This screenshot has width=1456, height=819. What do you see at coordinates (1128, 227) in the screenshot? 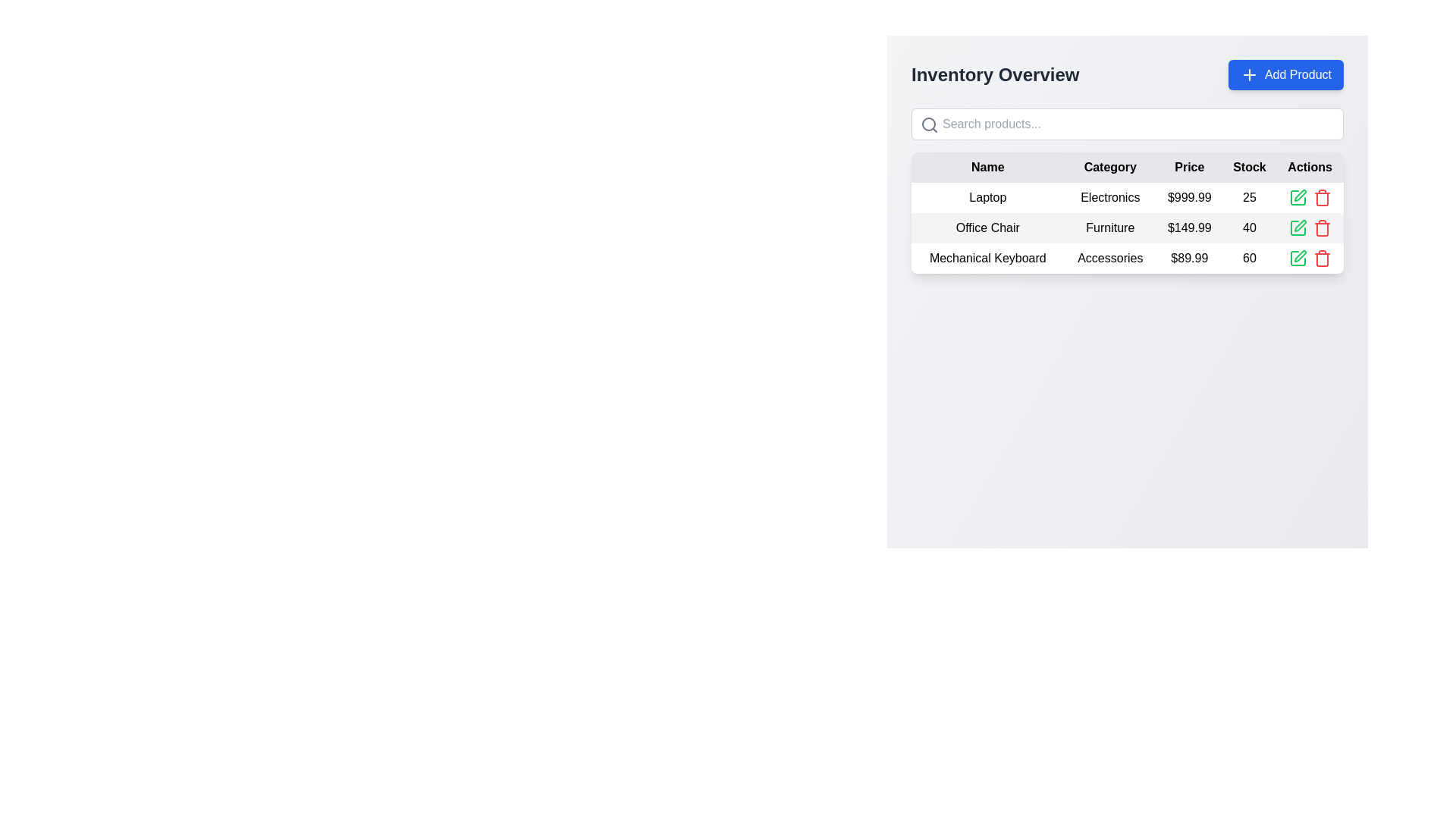
I see `the second row of the data table in the 'Inventory Overview' section` at bounding box center [1128, 227].